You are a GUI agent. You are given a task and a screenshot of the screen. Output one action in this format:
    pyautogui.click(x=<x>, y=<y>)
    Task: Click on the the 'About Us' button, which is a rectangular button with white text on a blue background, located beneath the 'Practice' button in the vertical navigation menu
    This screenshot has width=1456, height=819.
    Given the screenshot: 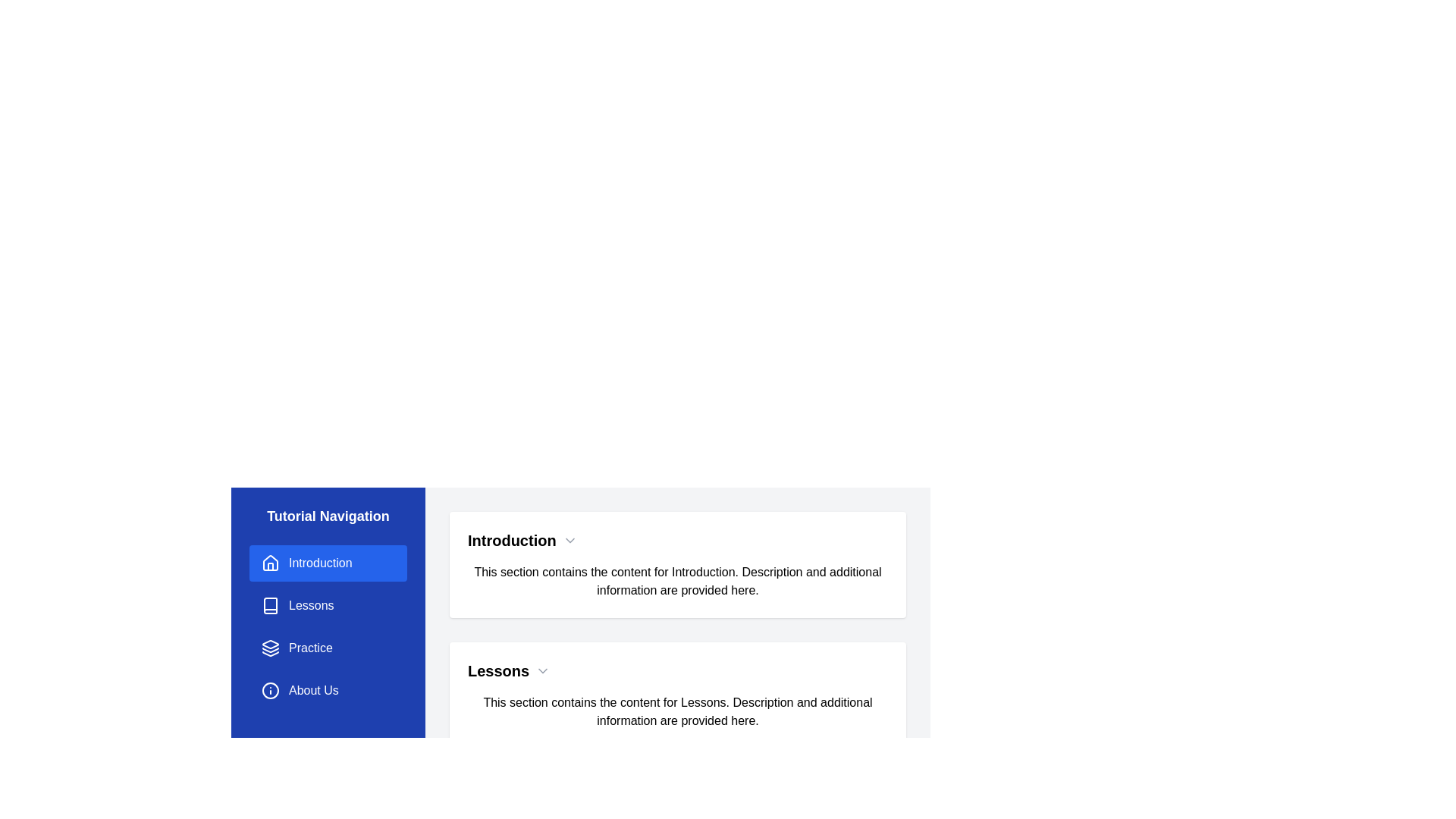 What is the action you would take?
    pyautogui.click(x=327, y=690)
    